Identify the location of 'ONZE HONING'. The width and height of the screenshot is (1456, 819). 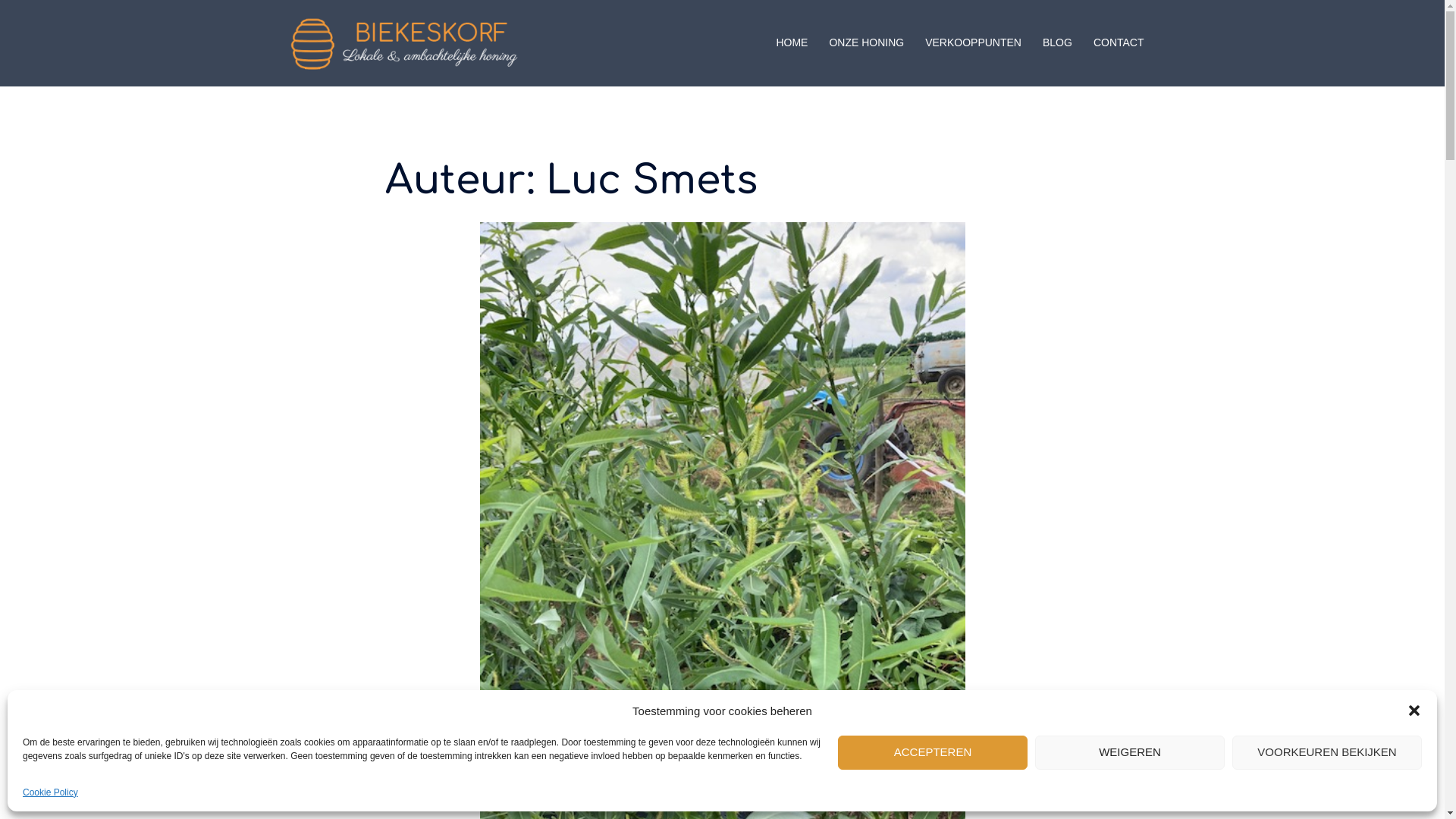
(866, 42).